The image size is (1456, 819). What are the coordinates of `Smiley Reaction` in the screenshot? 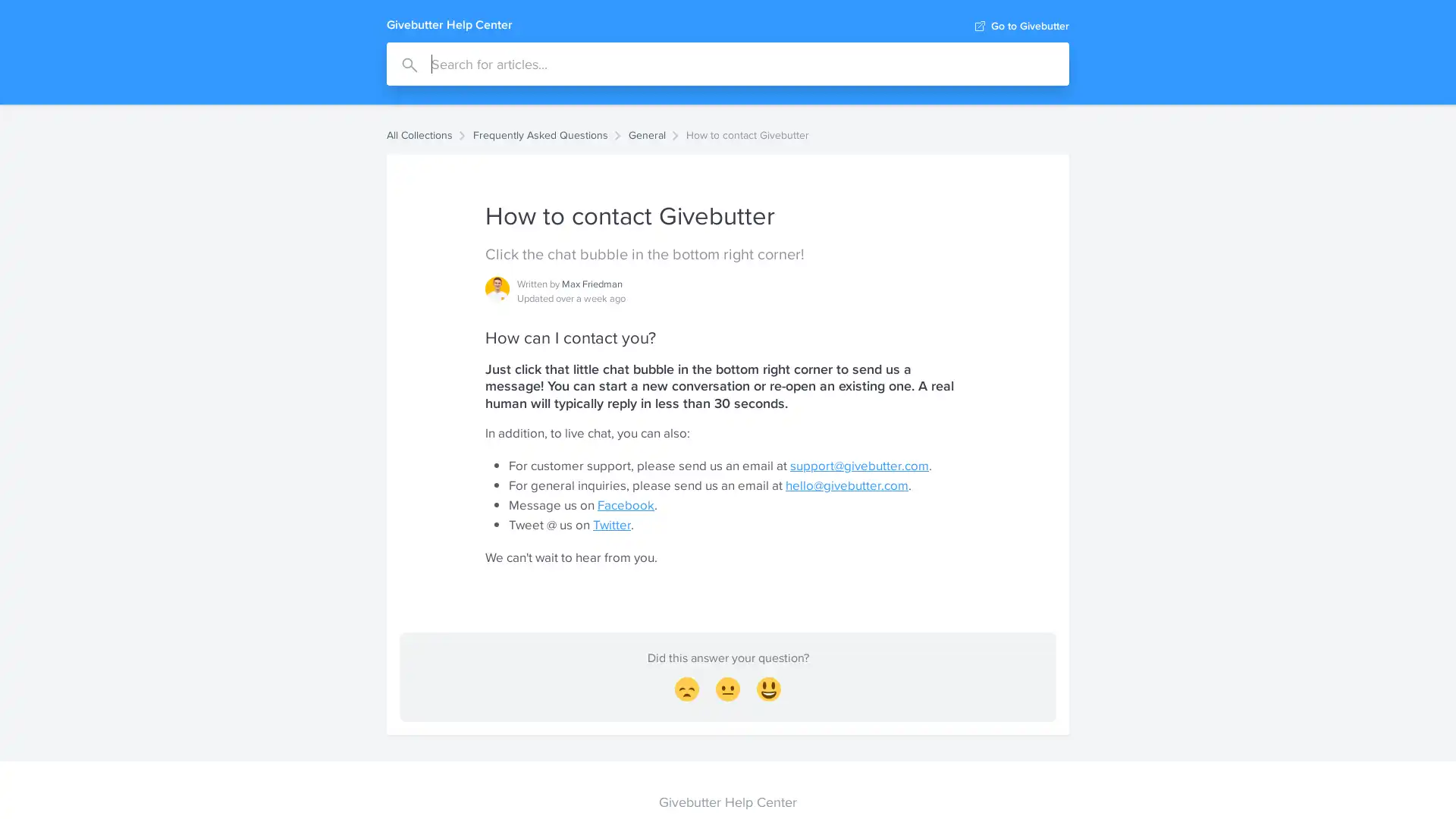 It's located at (768, 691).